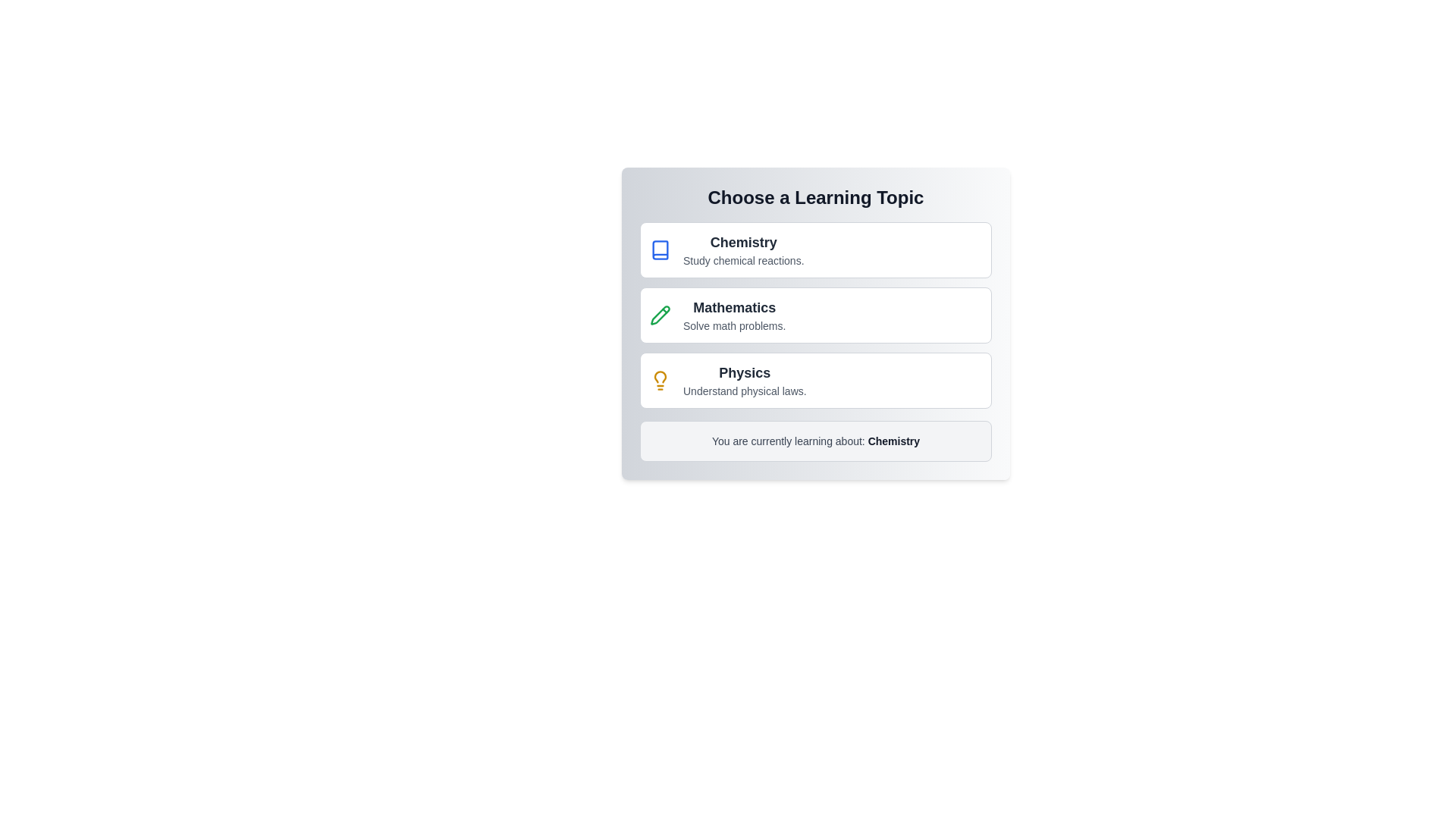 This screenshot has height=819, width=1456. Describe the element at coordinates (745, 391) in the screenshot. I see `the text element displaying the phrase "Understand physical laws." which is positioned under the heading "Physics"` at that location.